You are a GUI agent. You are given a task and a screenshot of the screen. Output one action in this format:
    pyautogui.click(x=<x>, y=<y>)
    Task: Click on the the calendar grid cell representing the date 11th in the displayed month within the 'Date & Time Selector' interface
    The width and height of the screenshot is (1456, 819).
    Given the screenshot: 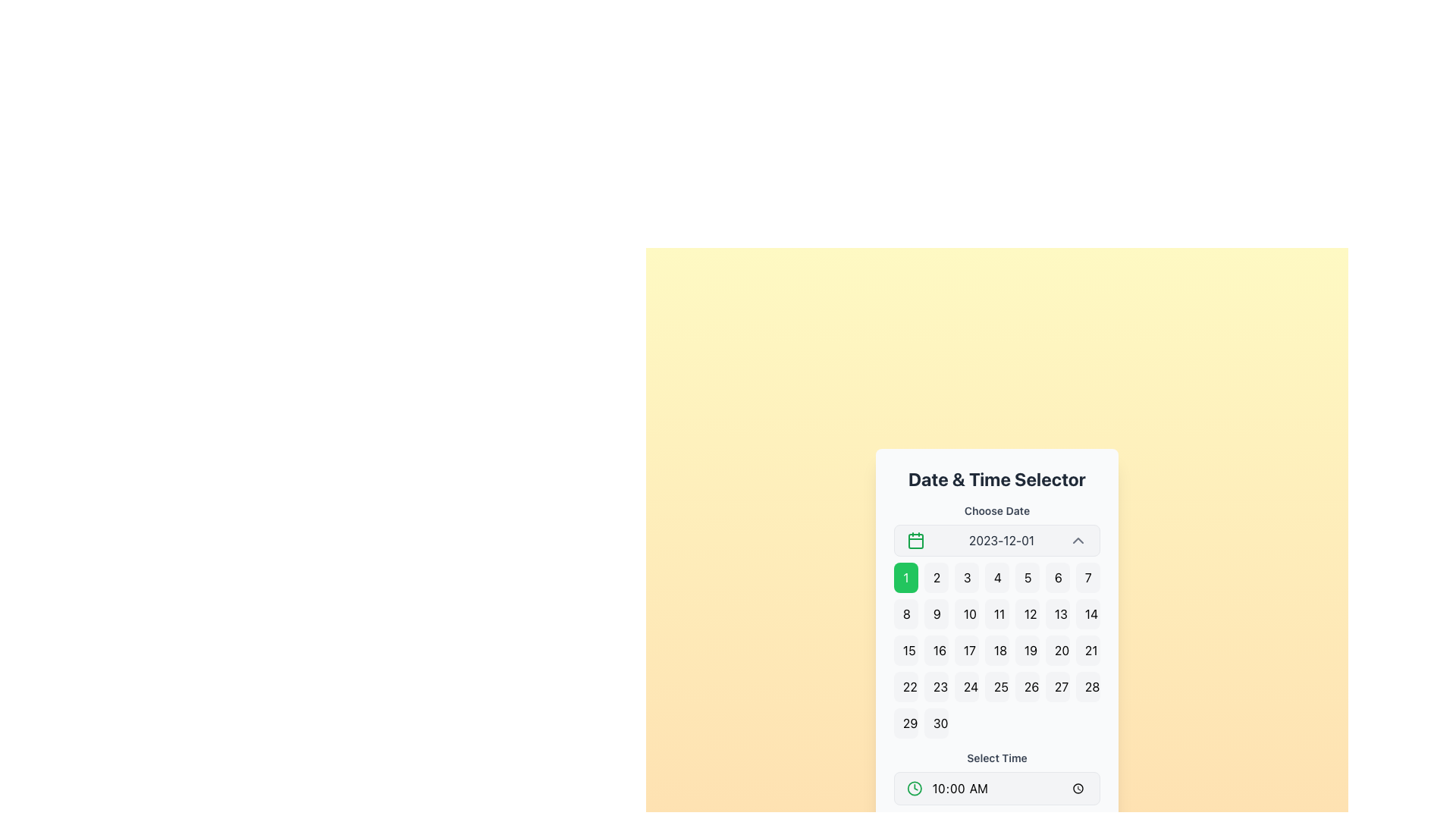 What is the action you would take?
    pyautogui.click(x=997, y=620)
    